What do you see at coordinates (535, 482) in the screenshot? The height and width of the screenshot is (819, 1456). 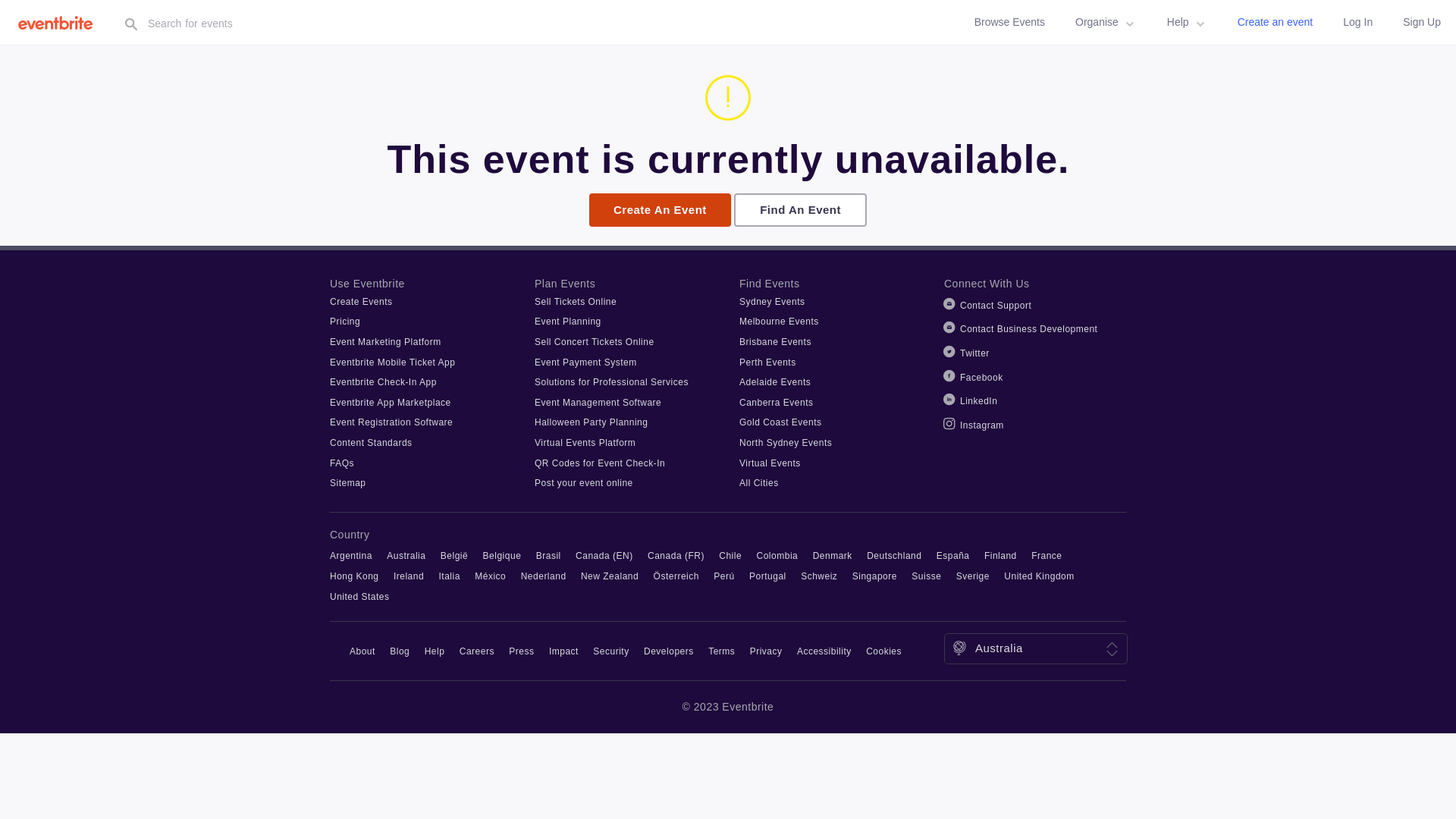 I see `'Post your event online'` at bounding box center [535, 482].